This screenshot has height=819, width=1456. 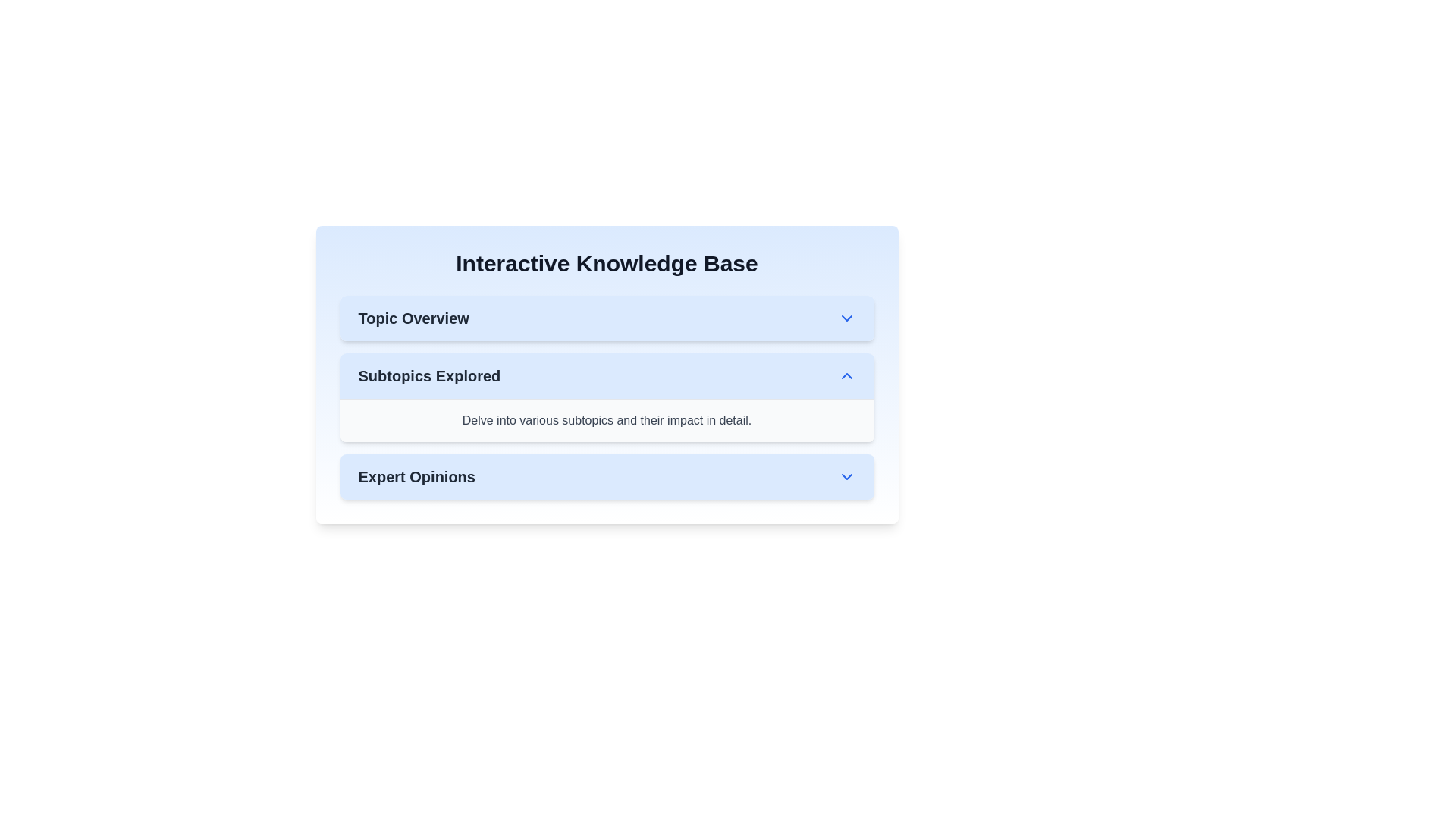 I want to click on the 'Subtopics Explored' collapsible section, so click(x=607, y=397).